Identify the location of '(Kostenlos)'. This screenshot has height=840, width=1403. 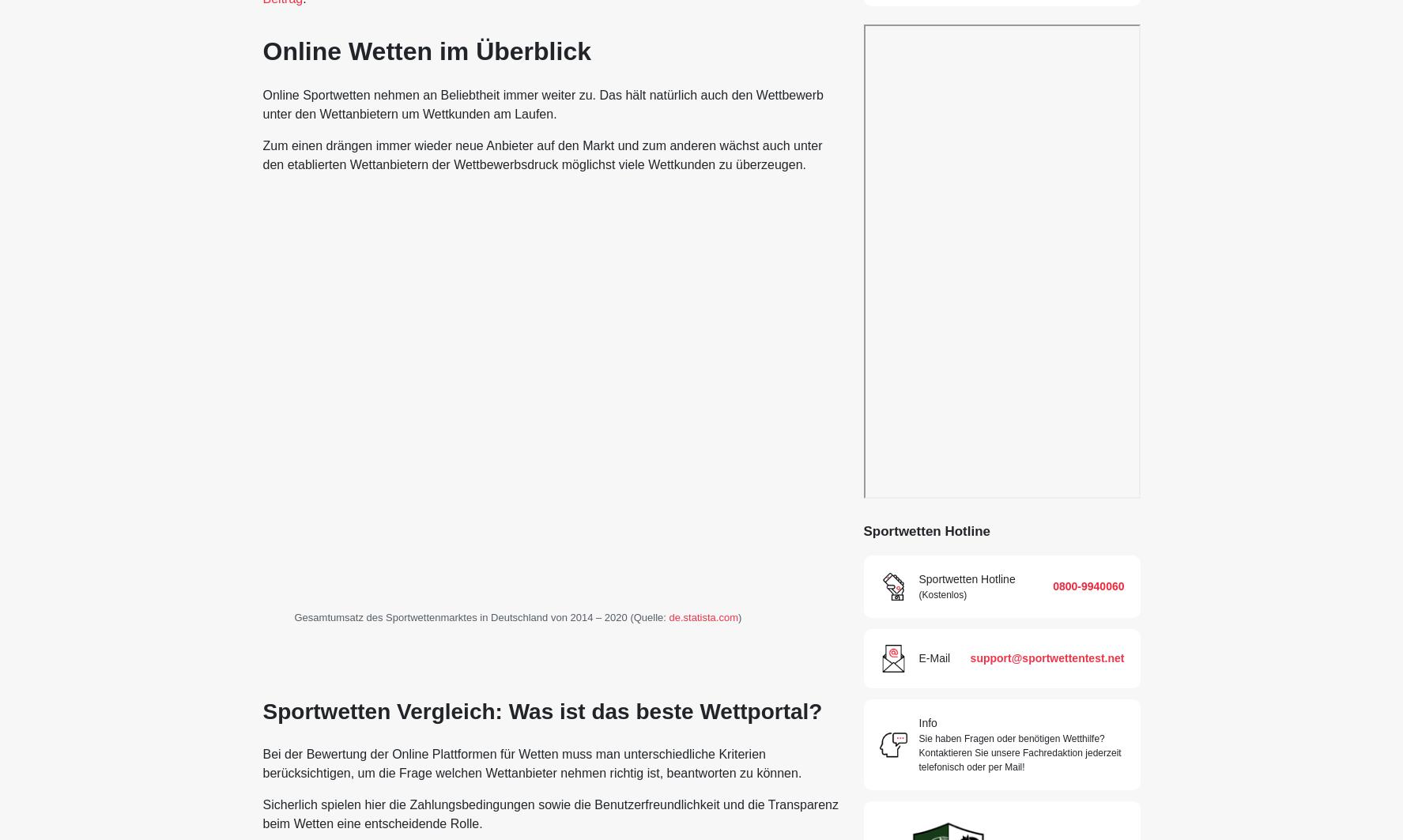
(917, 594).